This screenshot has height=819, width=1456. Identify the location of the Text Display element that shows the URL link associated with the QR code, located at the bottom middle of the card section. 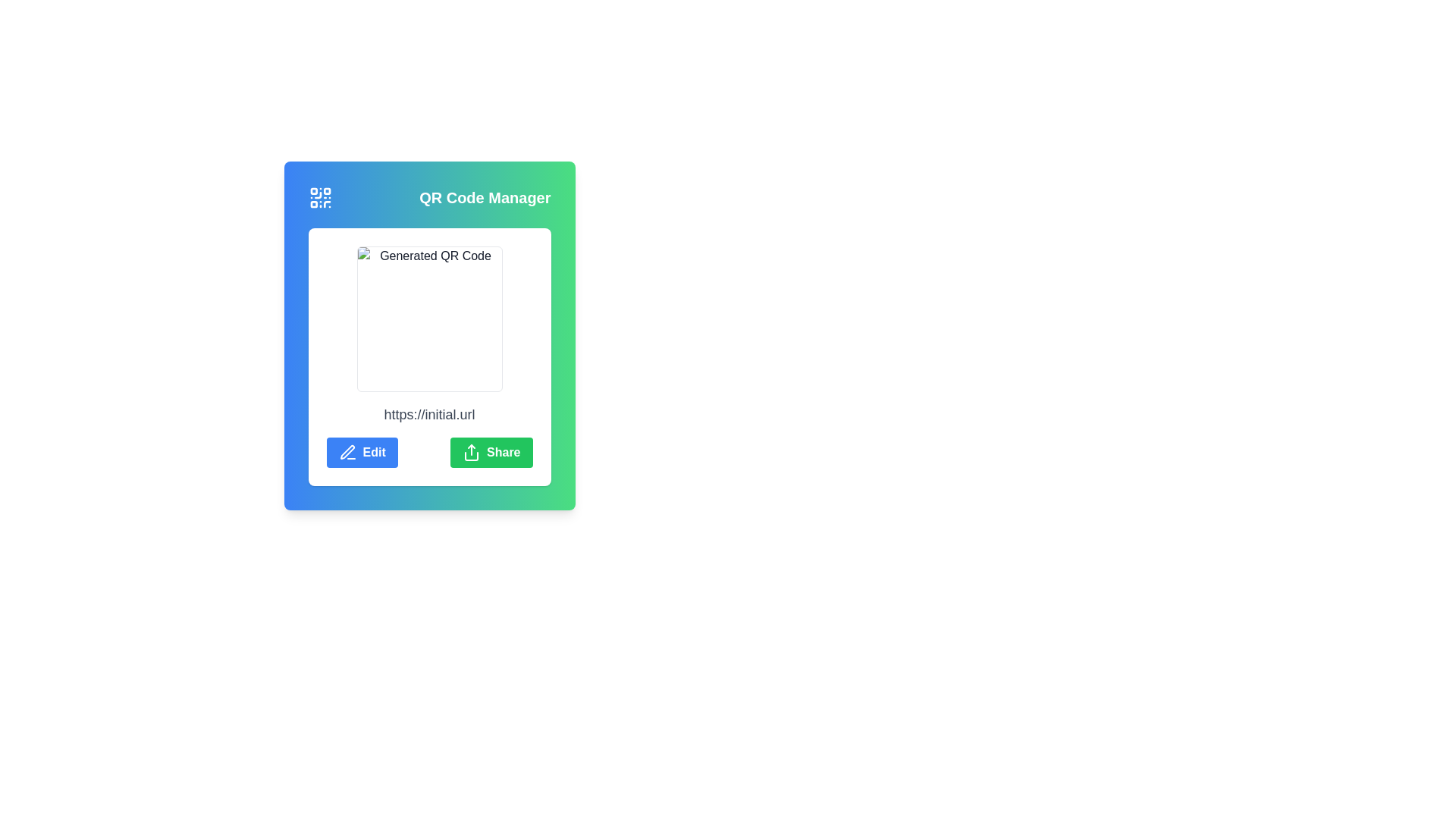
(428, 415).